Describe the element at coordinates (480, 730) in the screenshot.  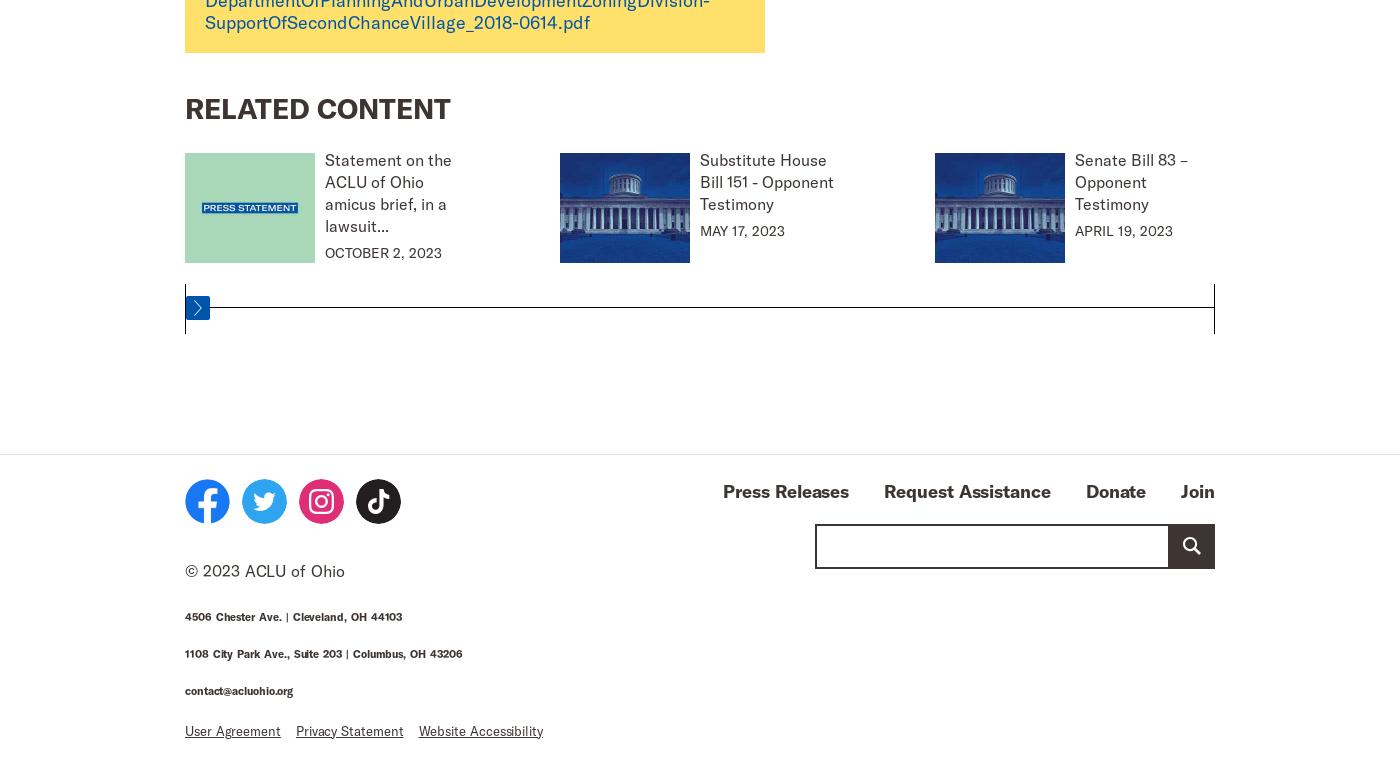
I see `'Website Accessibility'` at that location.